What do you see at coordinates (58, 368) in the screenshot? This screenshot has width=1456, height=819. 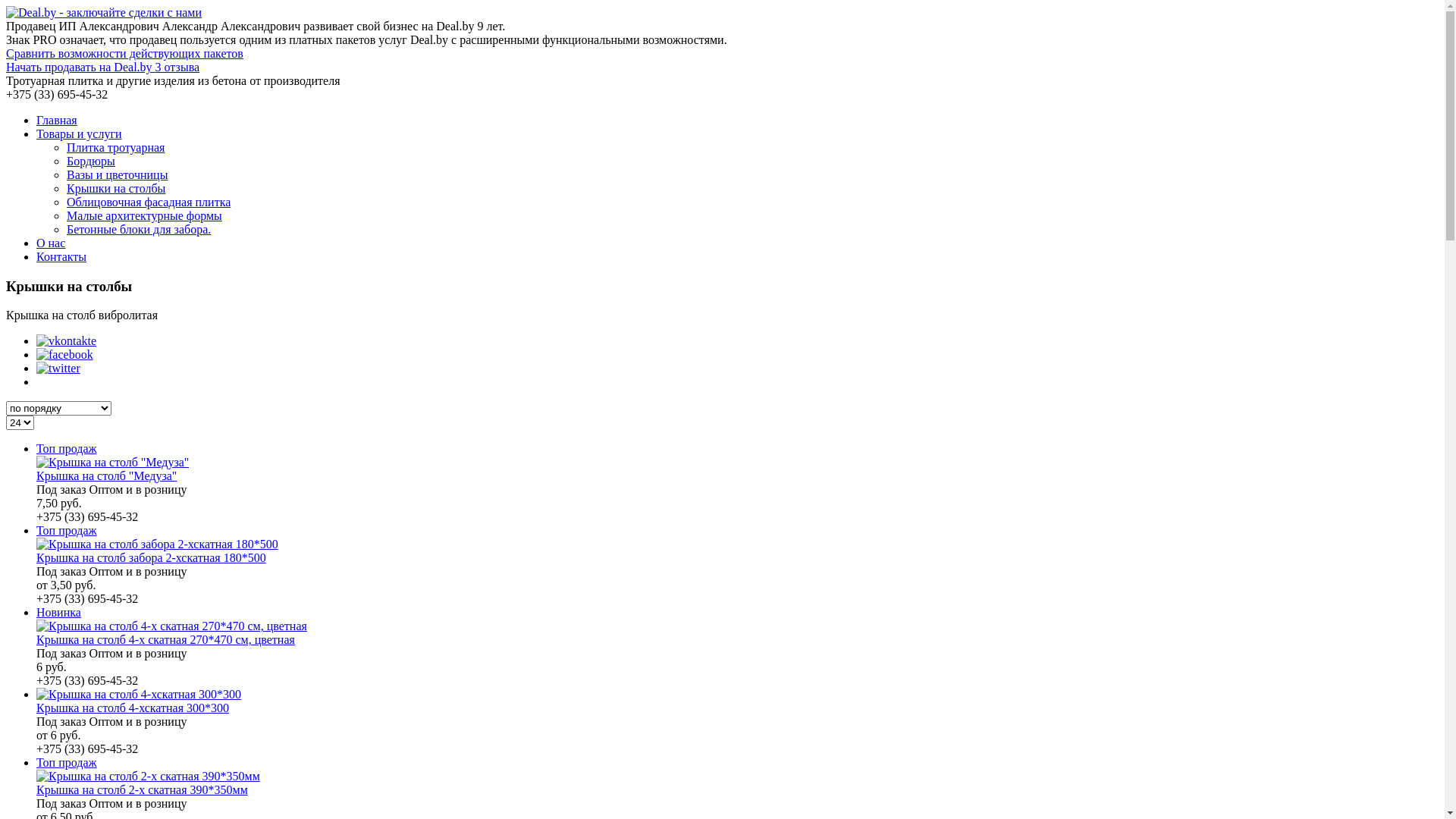 I see `'twitter'` at bounding box center [58, 368].